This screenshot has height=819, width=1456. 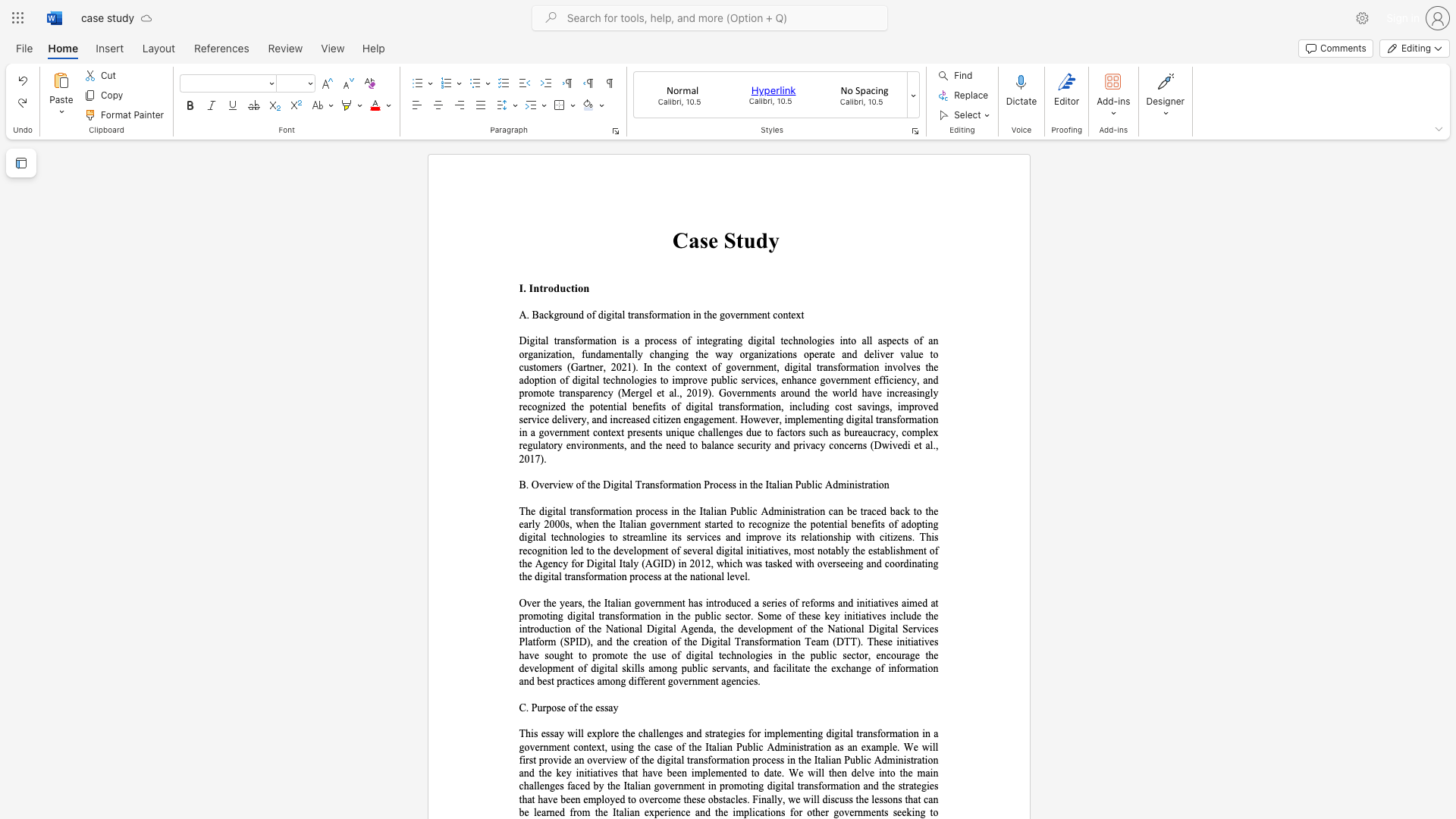 I want to click on the subset text "ion" within the text "I. Introduction", so click(x=573, y=288).